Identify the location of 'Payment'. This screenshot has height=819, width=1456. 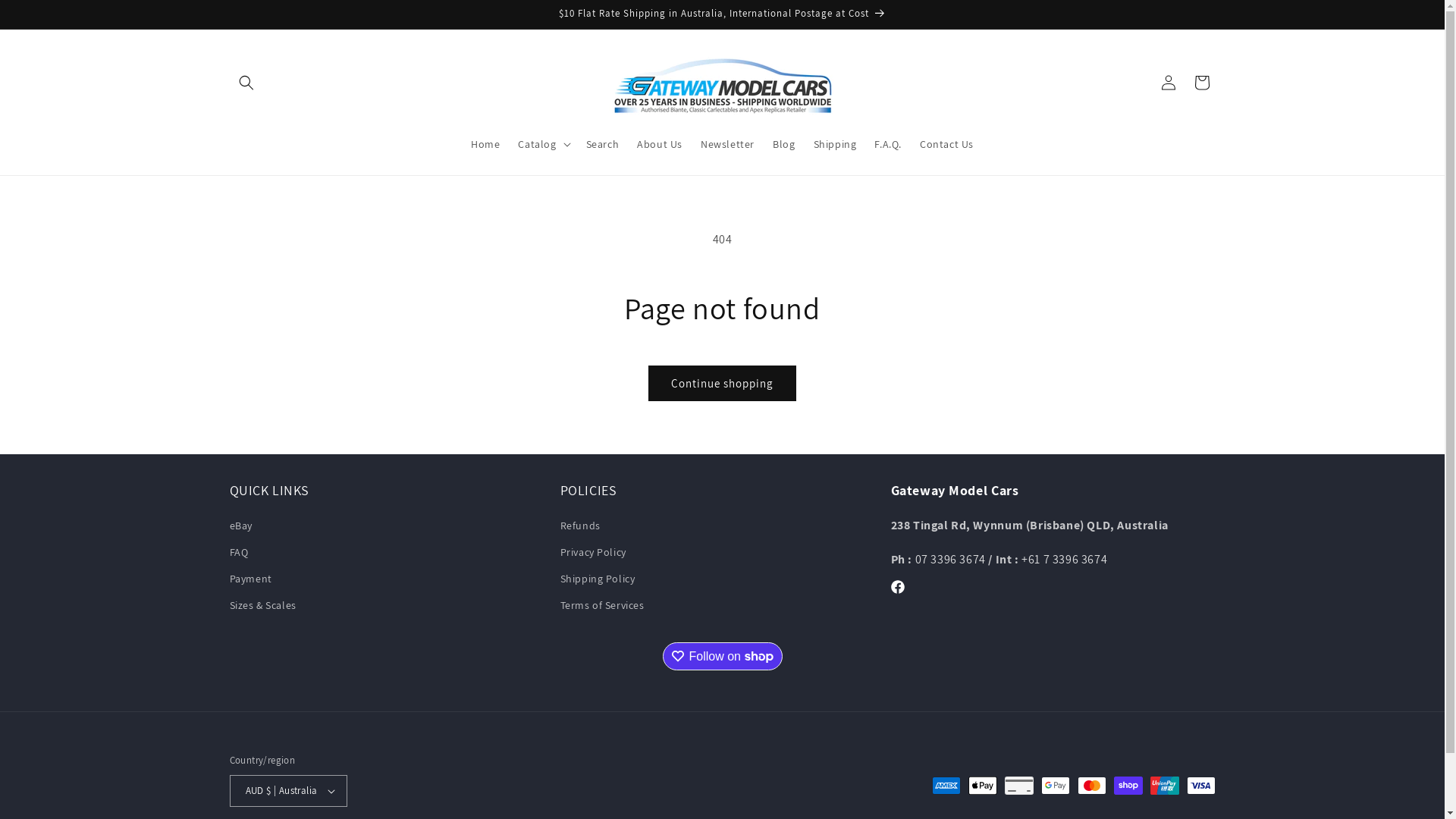
(250, 579).